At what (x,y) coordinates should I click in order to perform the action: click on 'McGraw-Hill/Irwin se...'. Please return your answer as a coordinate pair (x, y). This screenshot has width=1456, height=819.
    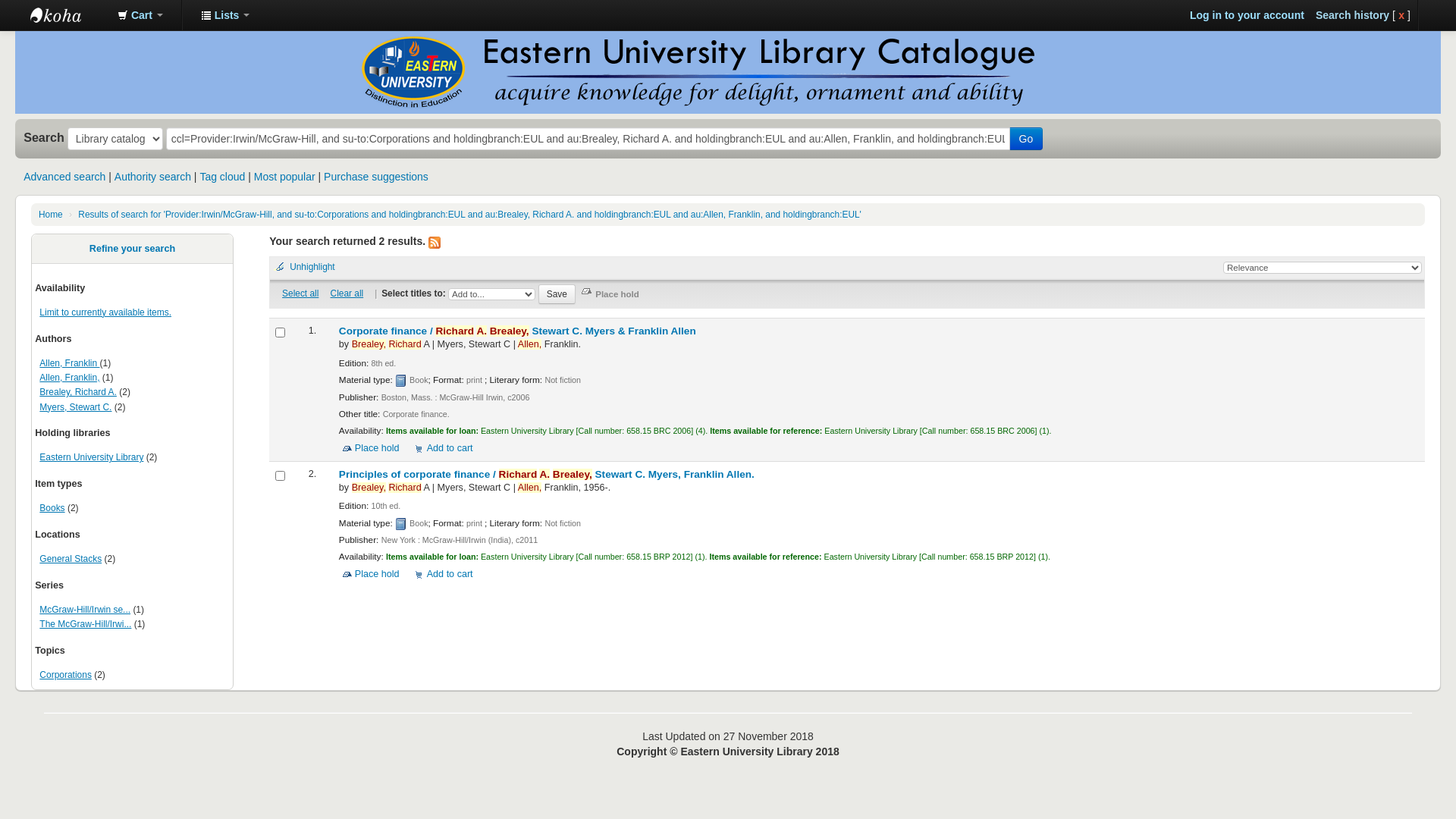
    Looking at the image, I should click on (83, 608).